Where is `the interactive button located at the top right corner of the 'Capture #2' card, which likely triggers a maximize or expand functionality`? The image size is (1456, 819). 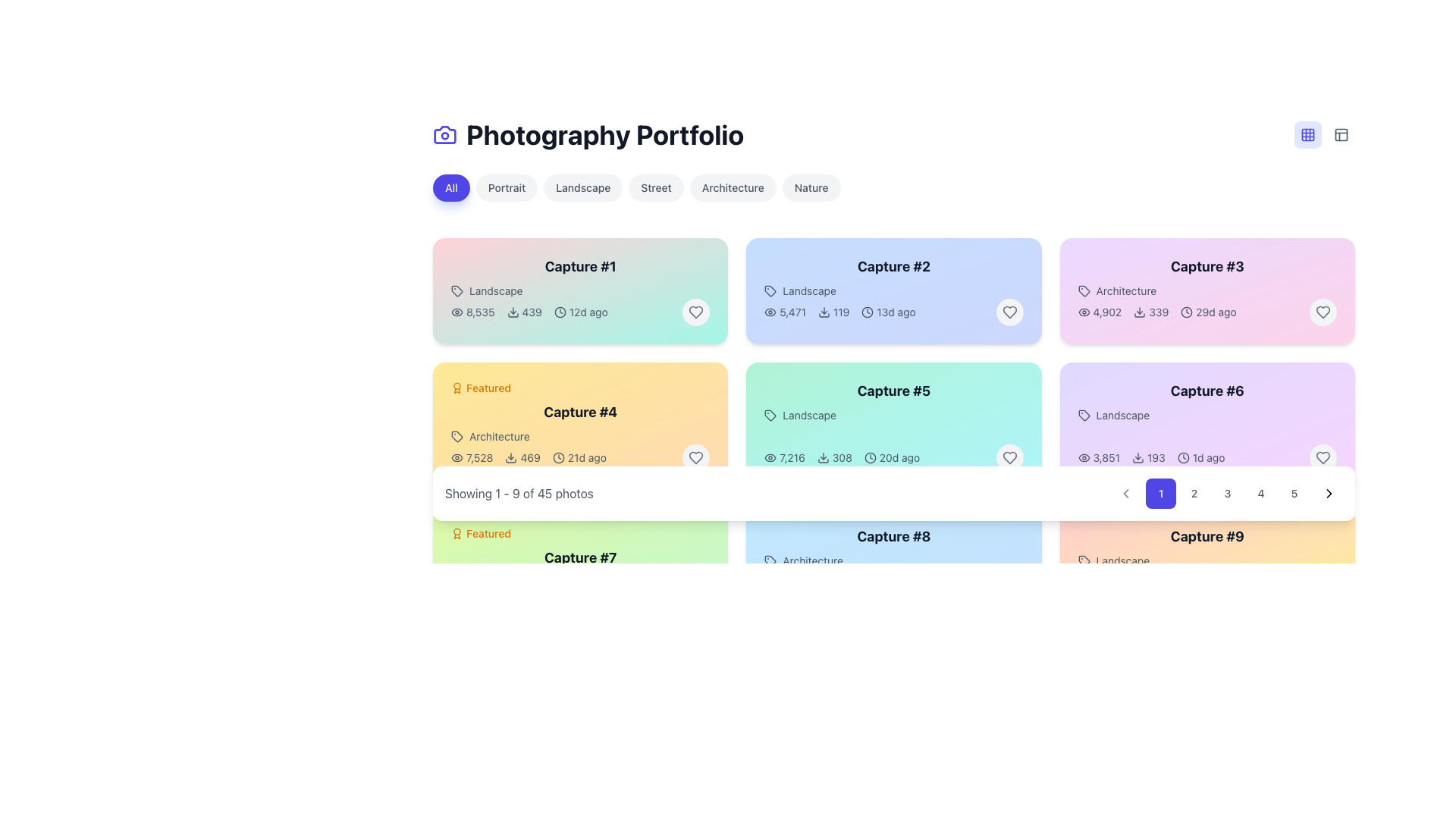
the interactive button located at the top right corner of the 'Capture #2' card, which likely triggers a maximize or expand functionality is located at coordinates (1015, 262).